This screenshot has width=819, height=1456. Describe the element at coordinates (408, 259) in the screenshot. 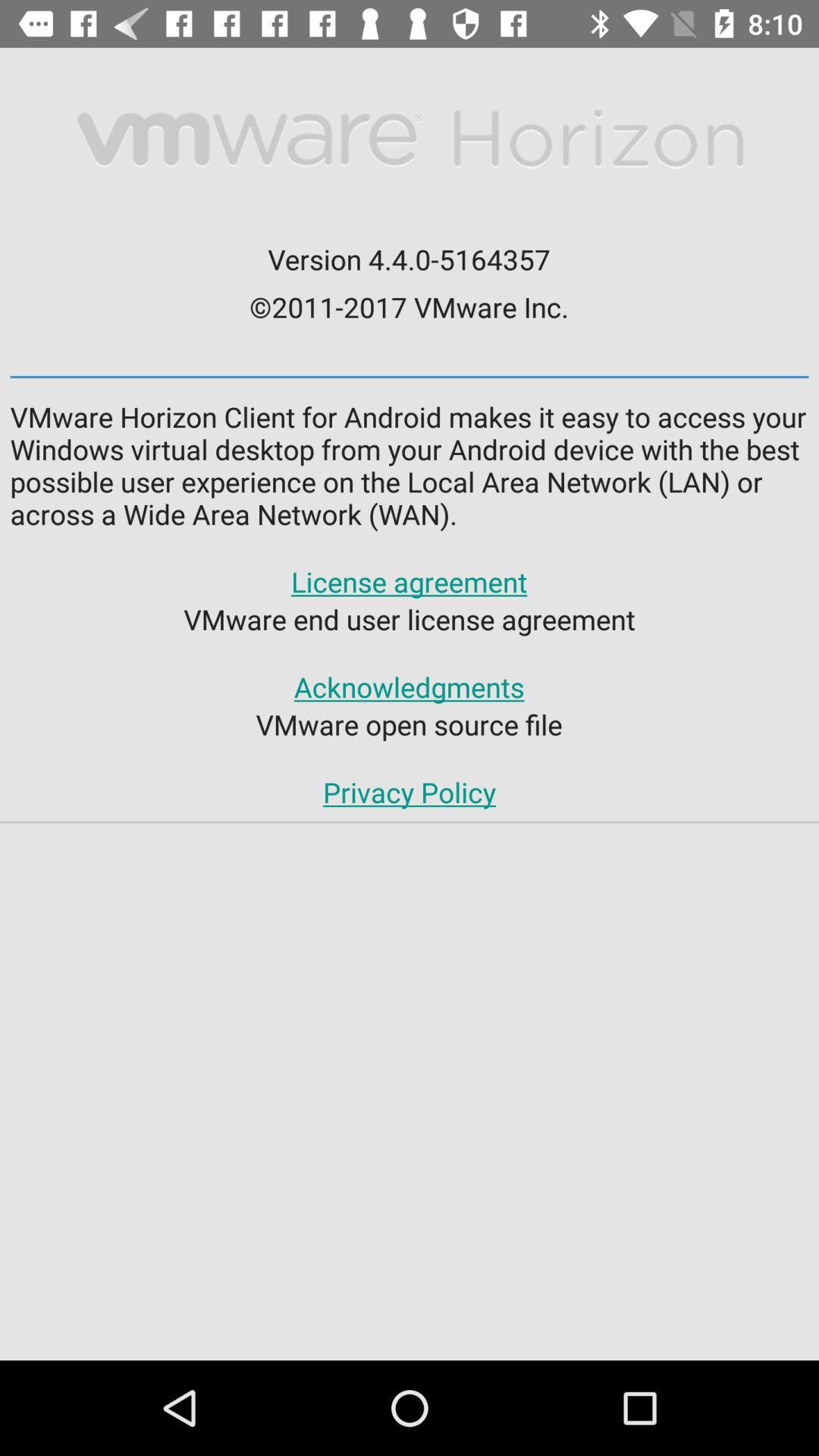

I see `version 4 4 item` at that location.